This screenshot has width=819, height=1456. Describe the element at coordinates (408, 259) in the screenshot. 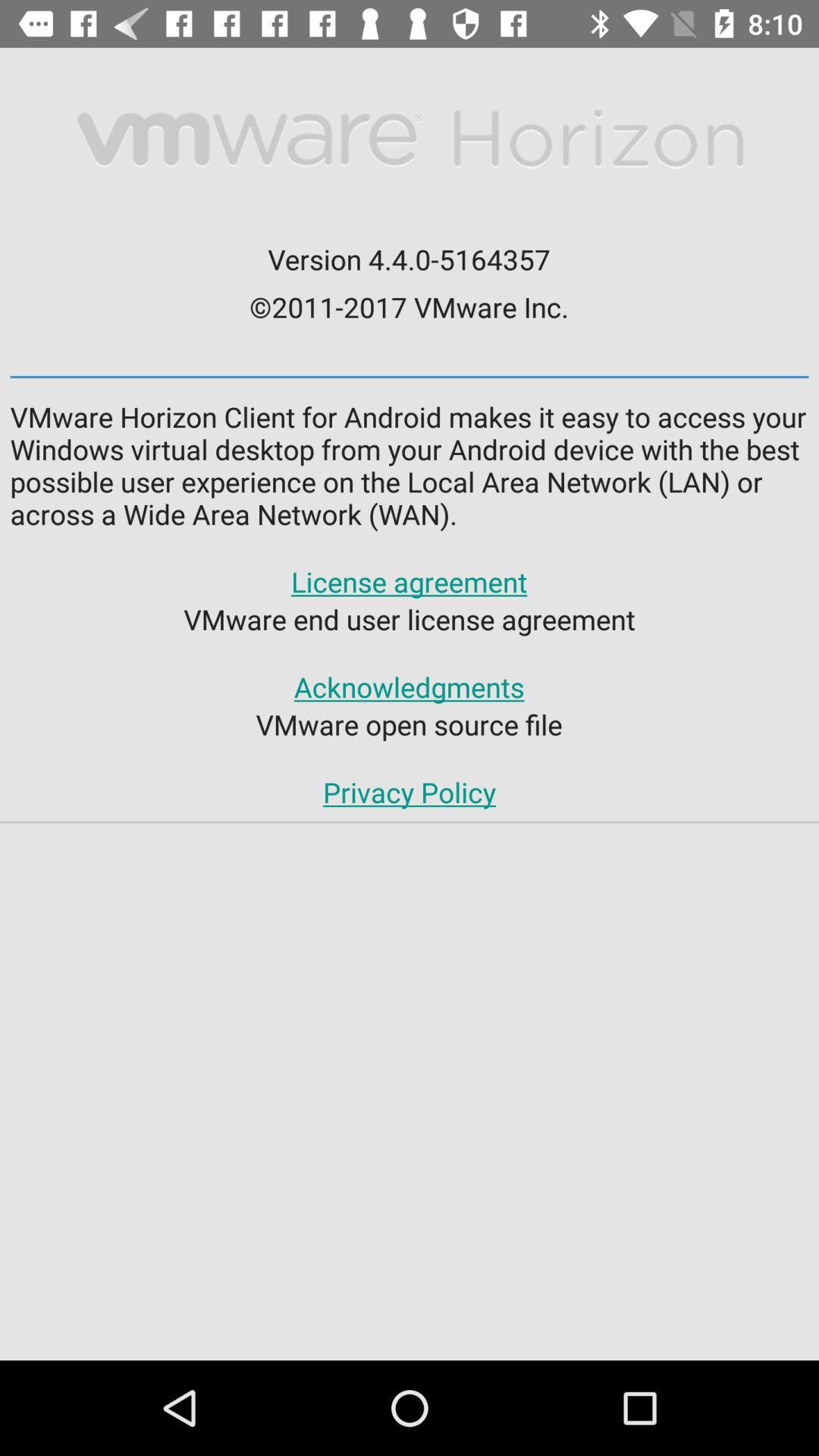

I see `version 4 4 item` at that location.